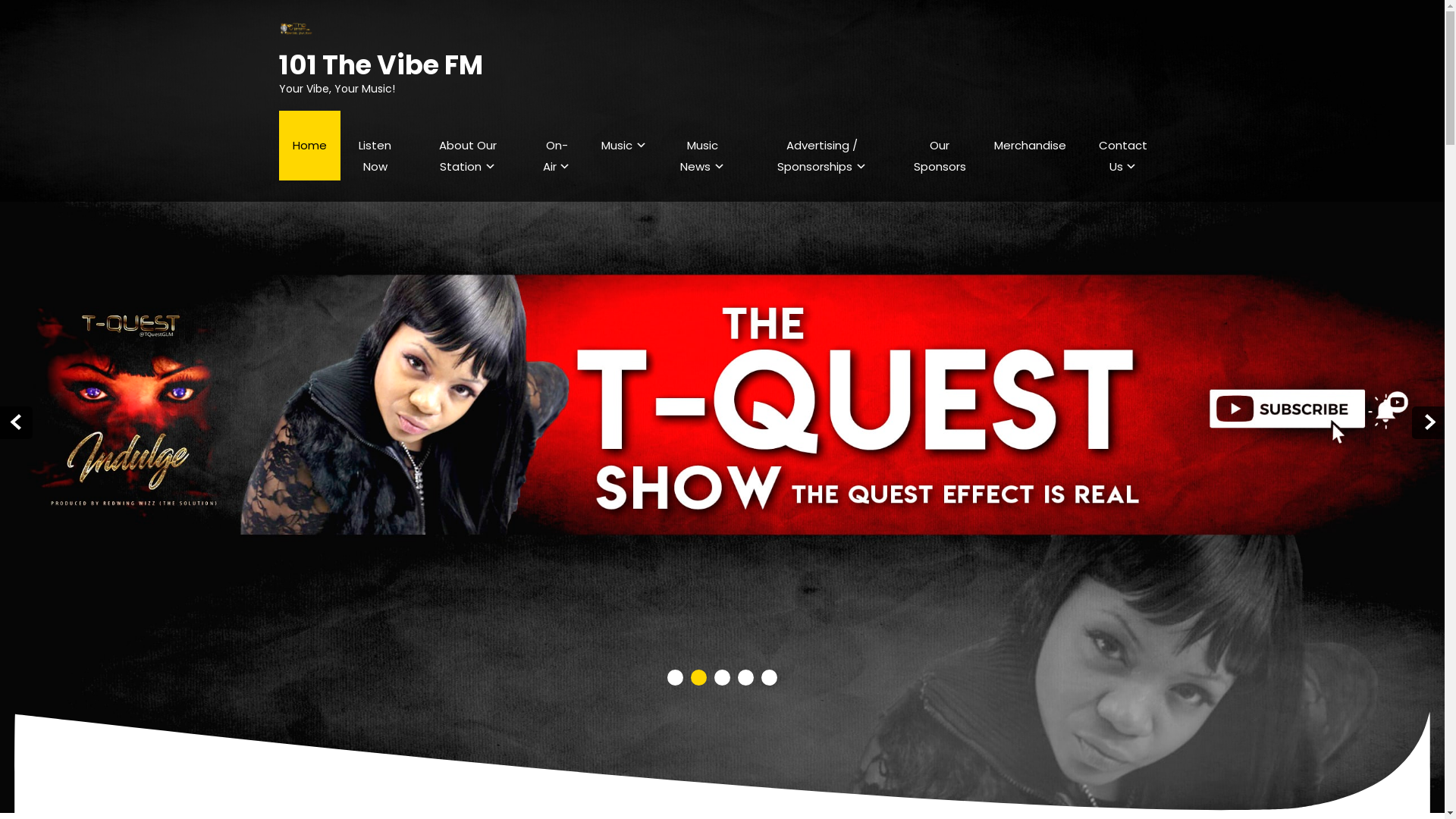 The image size is (1456, 819). I want to click on 'Music News', so click(701, 155).